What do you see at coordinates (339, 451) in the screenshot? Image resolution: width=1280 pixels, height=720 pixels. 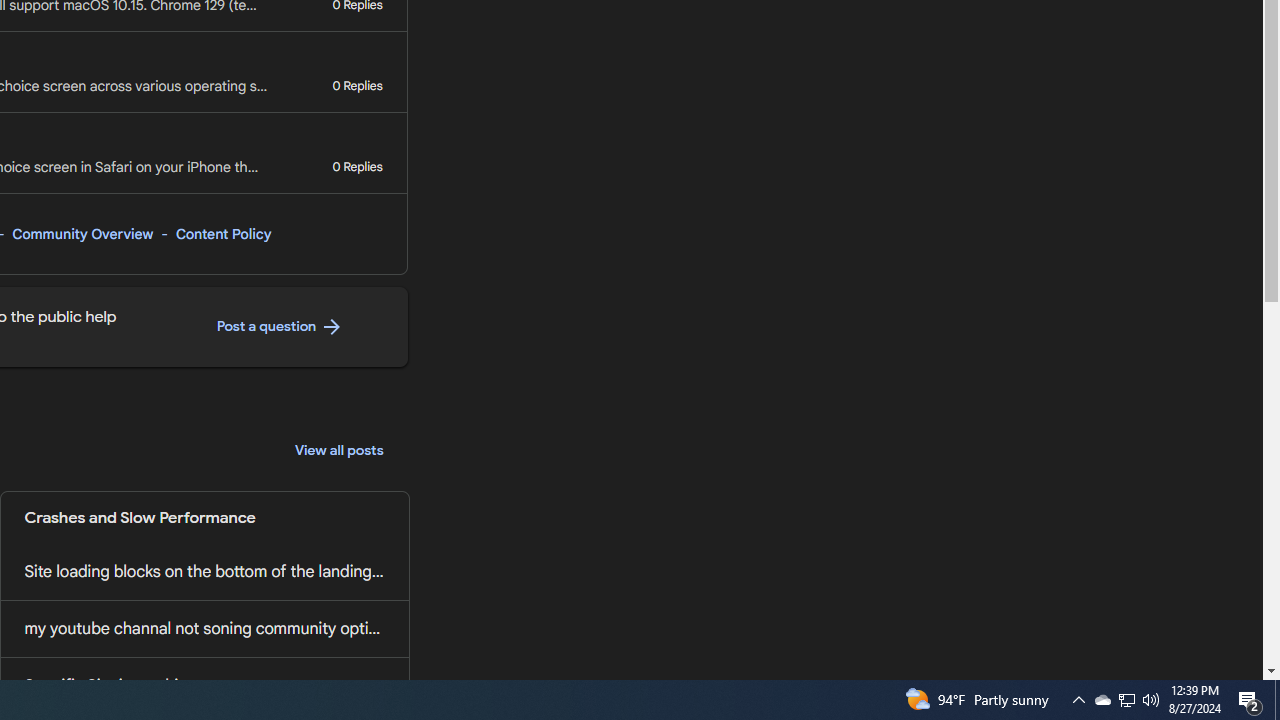 I see `'View all posts'` at bounding box center [339, 451].